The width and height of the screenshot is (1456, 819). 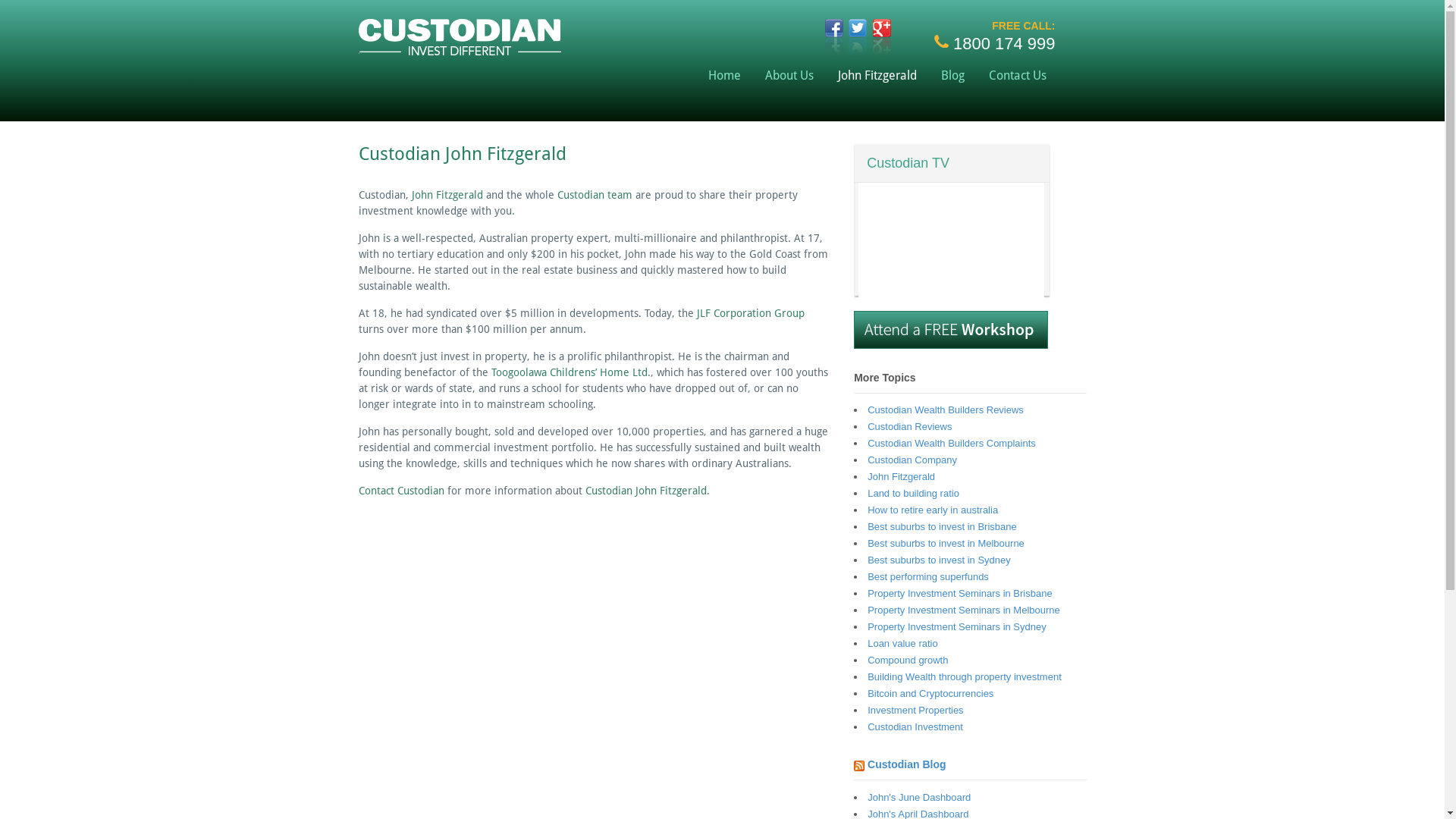 I want to click on 'Best suburbs to invest in Melbourne', so click(x=945, y=542).